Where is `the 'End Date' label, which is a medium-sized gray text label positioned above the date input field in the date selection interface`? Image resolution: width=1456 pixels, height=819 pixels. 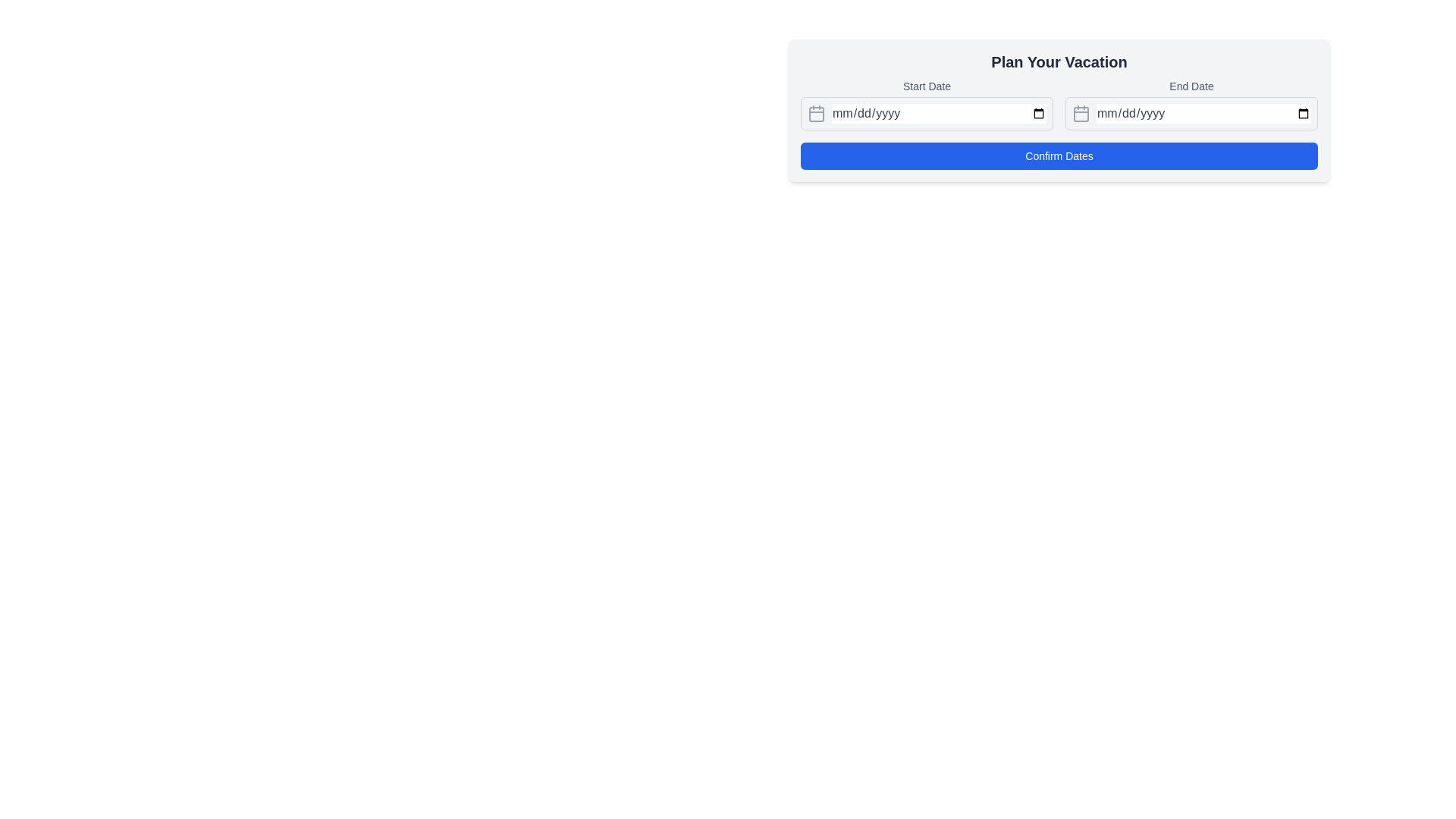 the 'End Date' label, which is a medium-sized gray text label positioned above the date input field in the date selection interface is located at coordinates (1191, 86).